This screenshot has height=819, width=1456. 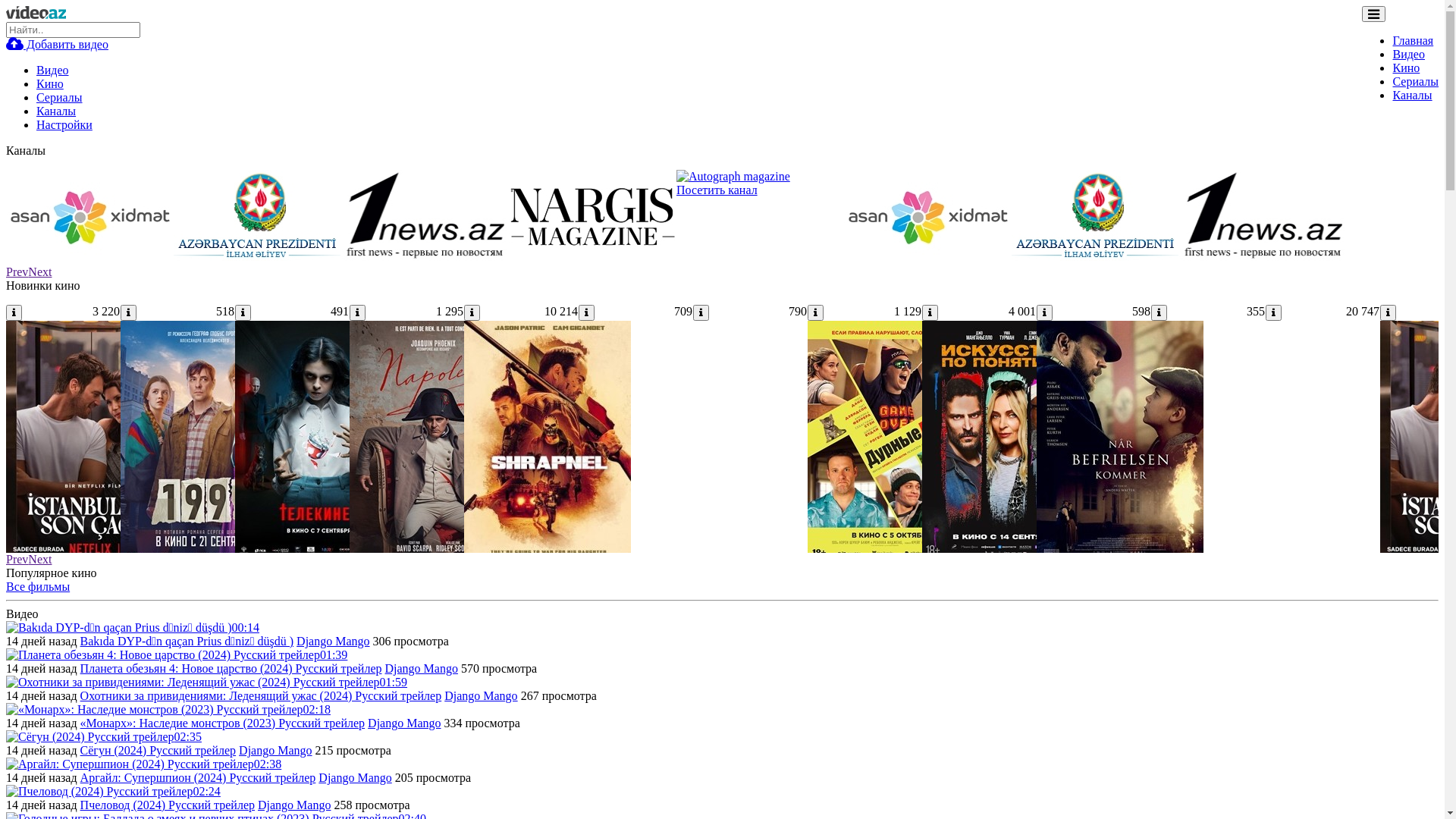 What do you see at coordinates (177, 654) in the screenshot?
I see `'01:39'` at bounding box center [177, 654].